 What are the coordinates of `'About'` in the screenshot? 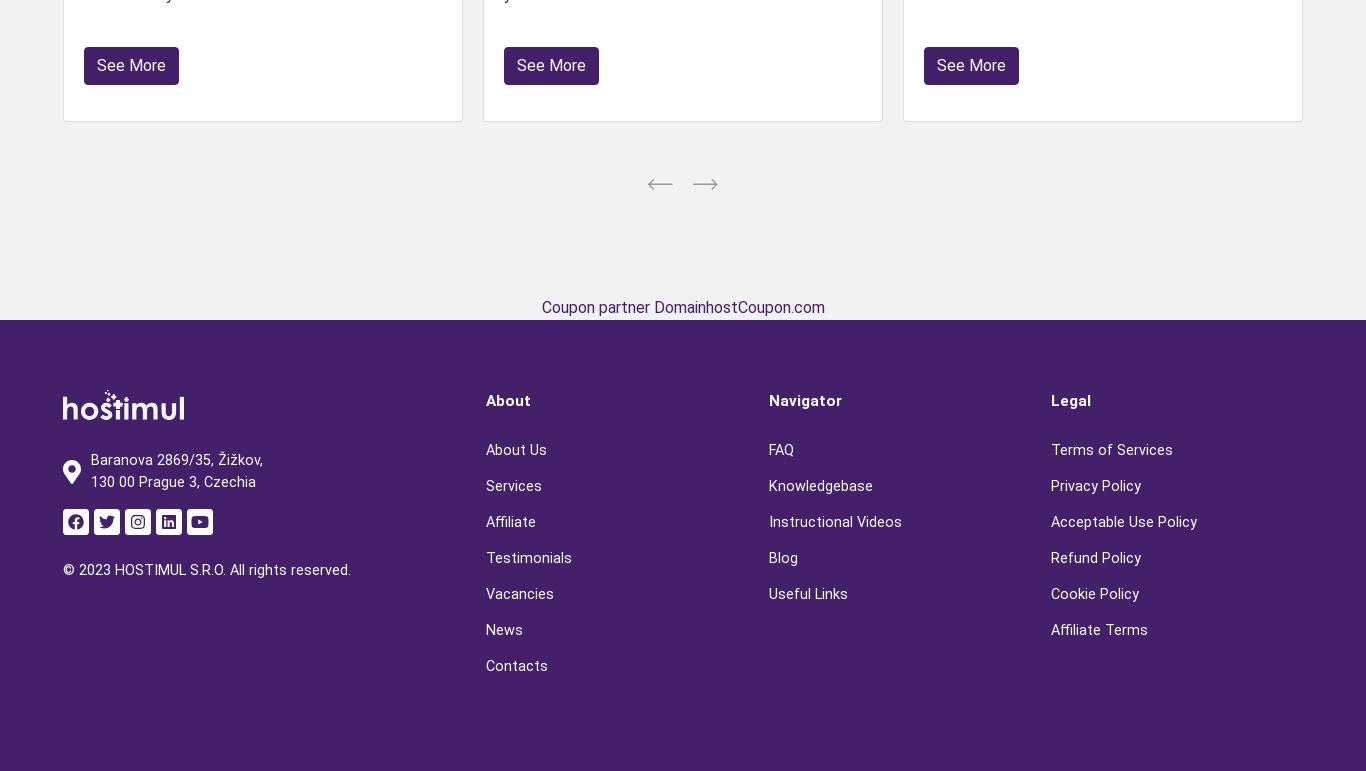 It's located at (508, 399).